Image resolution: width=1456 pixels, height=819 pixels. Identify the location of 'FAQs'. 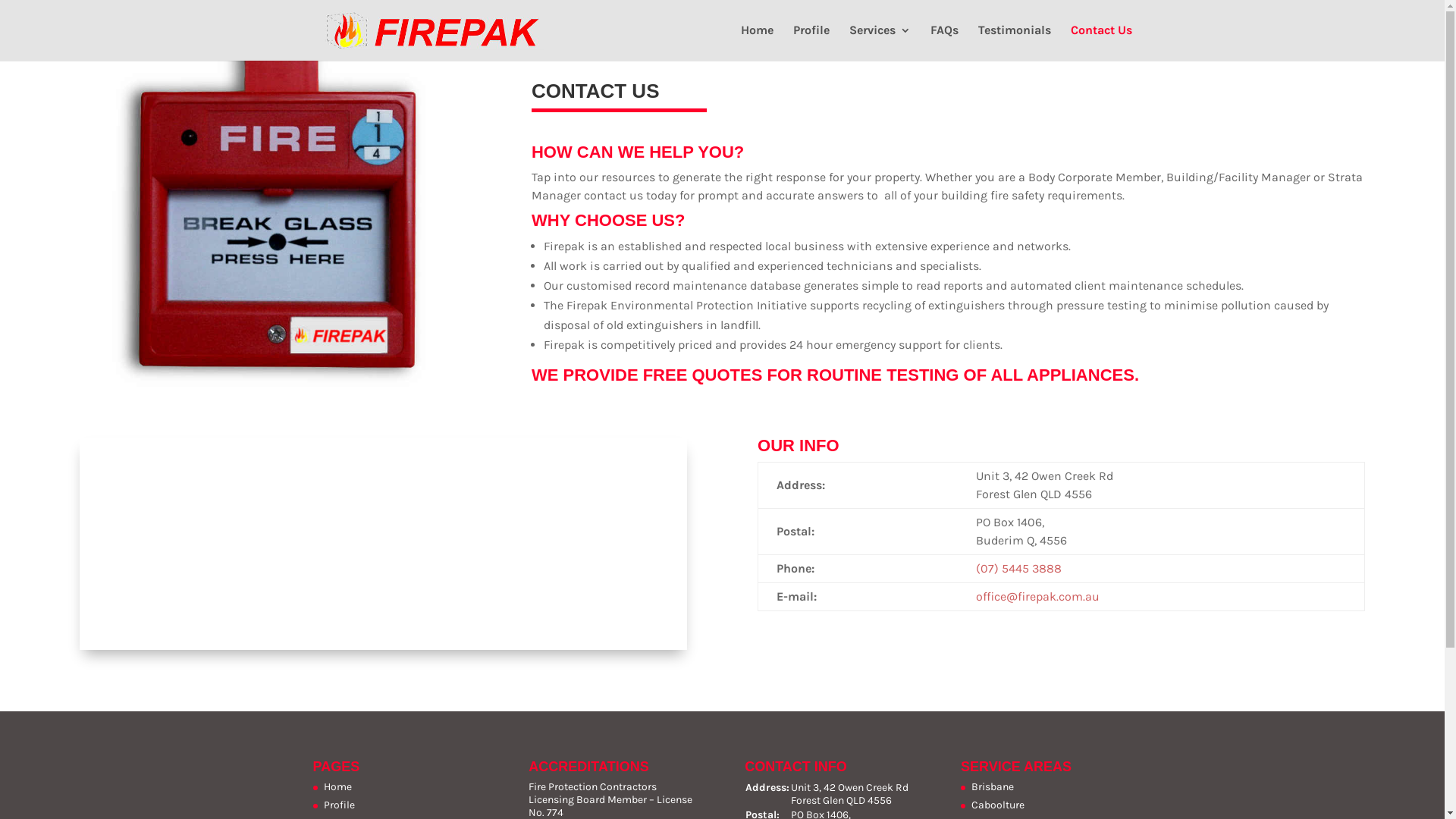
(943, 42).